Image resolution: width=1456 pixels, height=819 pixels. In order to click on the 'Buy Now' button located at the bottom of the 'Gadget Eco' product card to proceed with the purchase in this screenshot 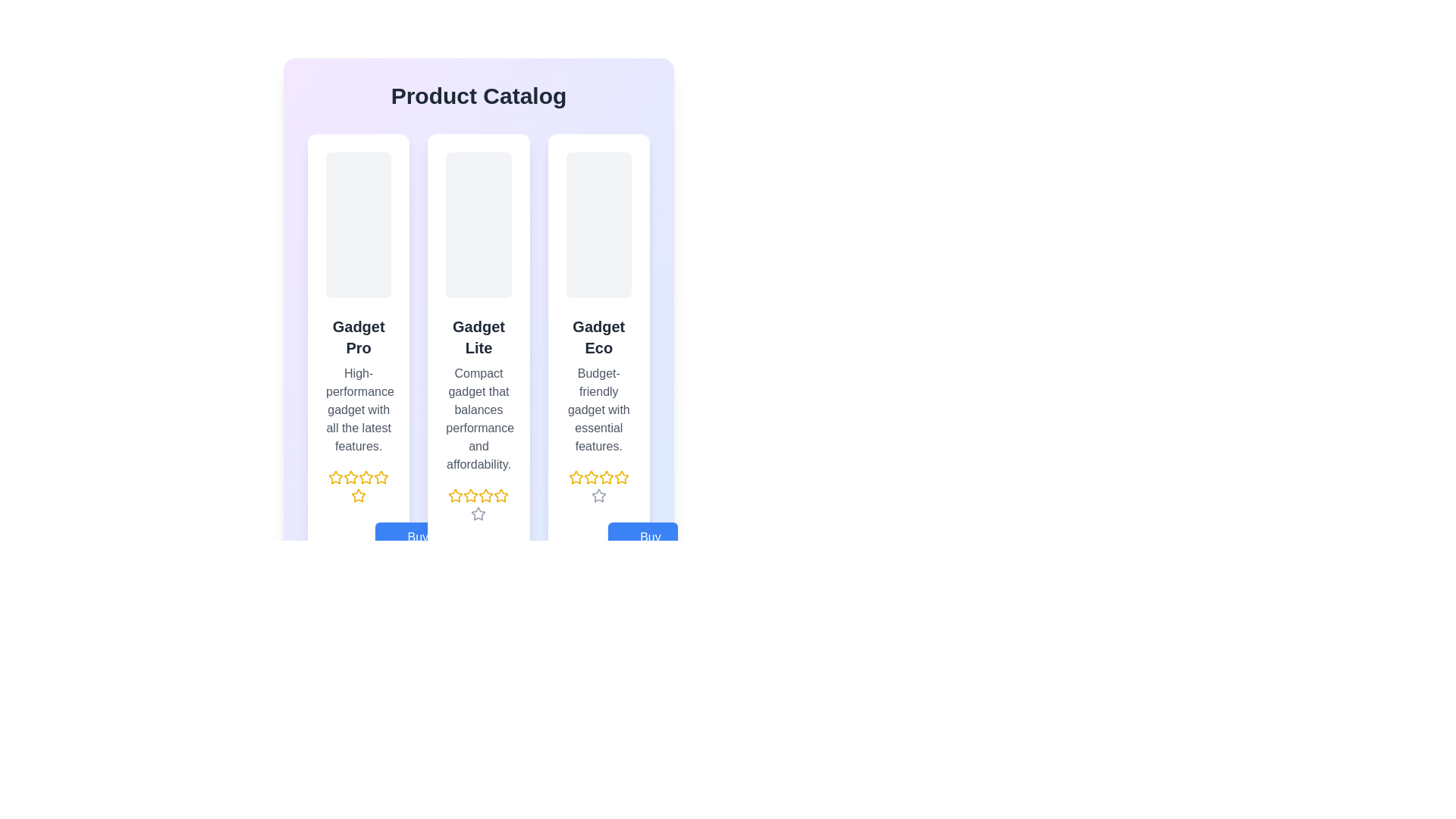, I will do `click(598, 547)`.